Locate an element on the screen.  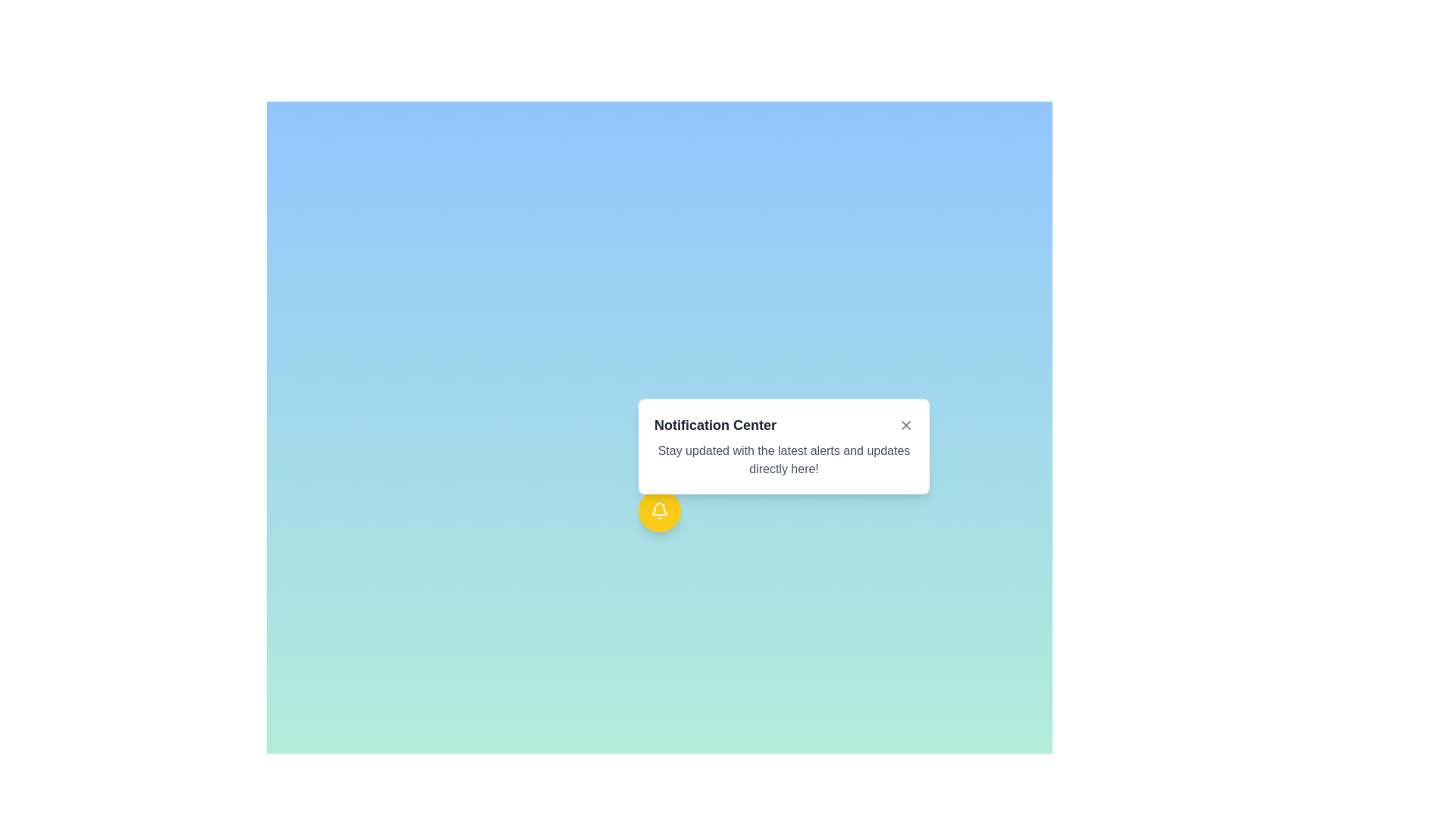
the Close button icon (an 'X' shape) located at the top right corner of the Notification Center popup is located at coordinates (906, 425).